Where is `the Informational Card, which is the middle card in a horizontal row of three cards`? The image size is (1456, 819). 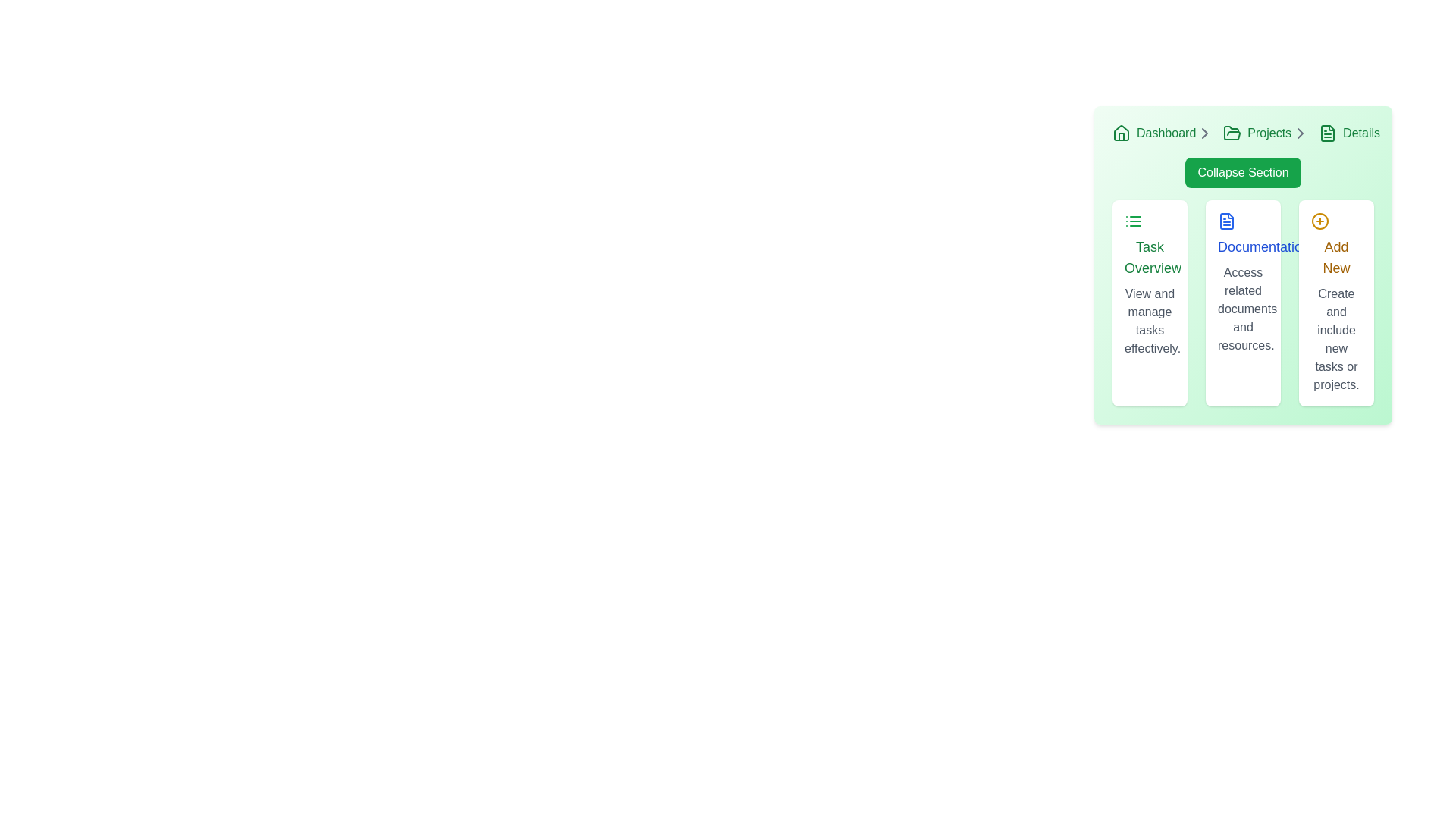
the Informational Card, which is the middle card in a horizontal row of three cards is located at coordinates (1243, 303).